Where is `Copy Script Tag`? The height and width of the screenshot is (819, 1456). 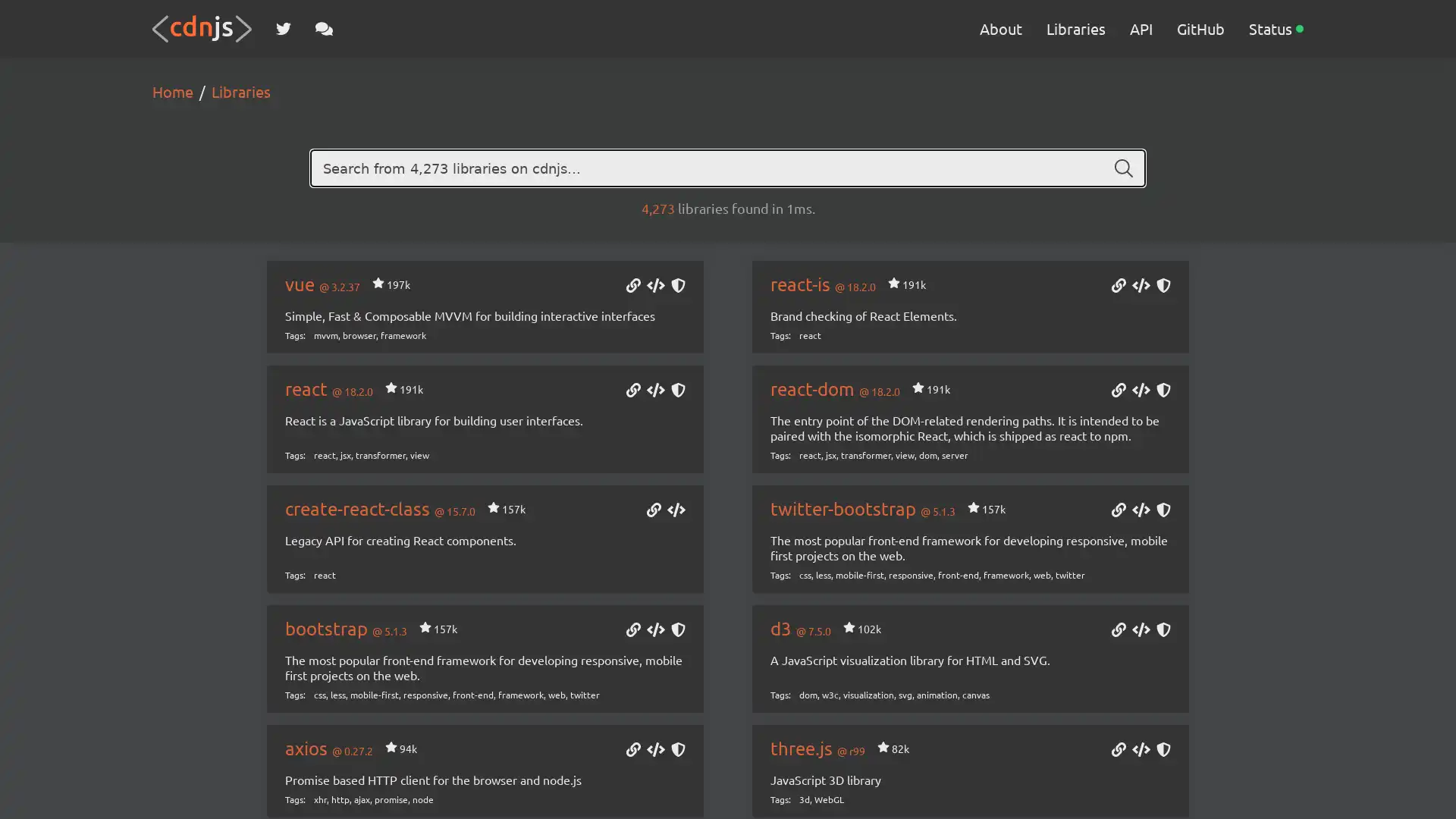 Copy Script Tag is located at coordinates (676, 511).